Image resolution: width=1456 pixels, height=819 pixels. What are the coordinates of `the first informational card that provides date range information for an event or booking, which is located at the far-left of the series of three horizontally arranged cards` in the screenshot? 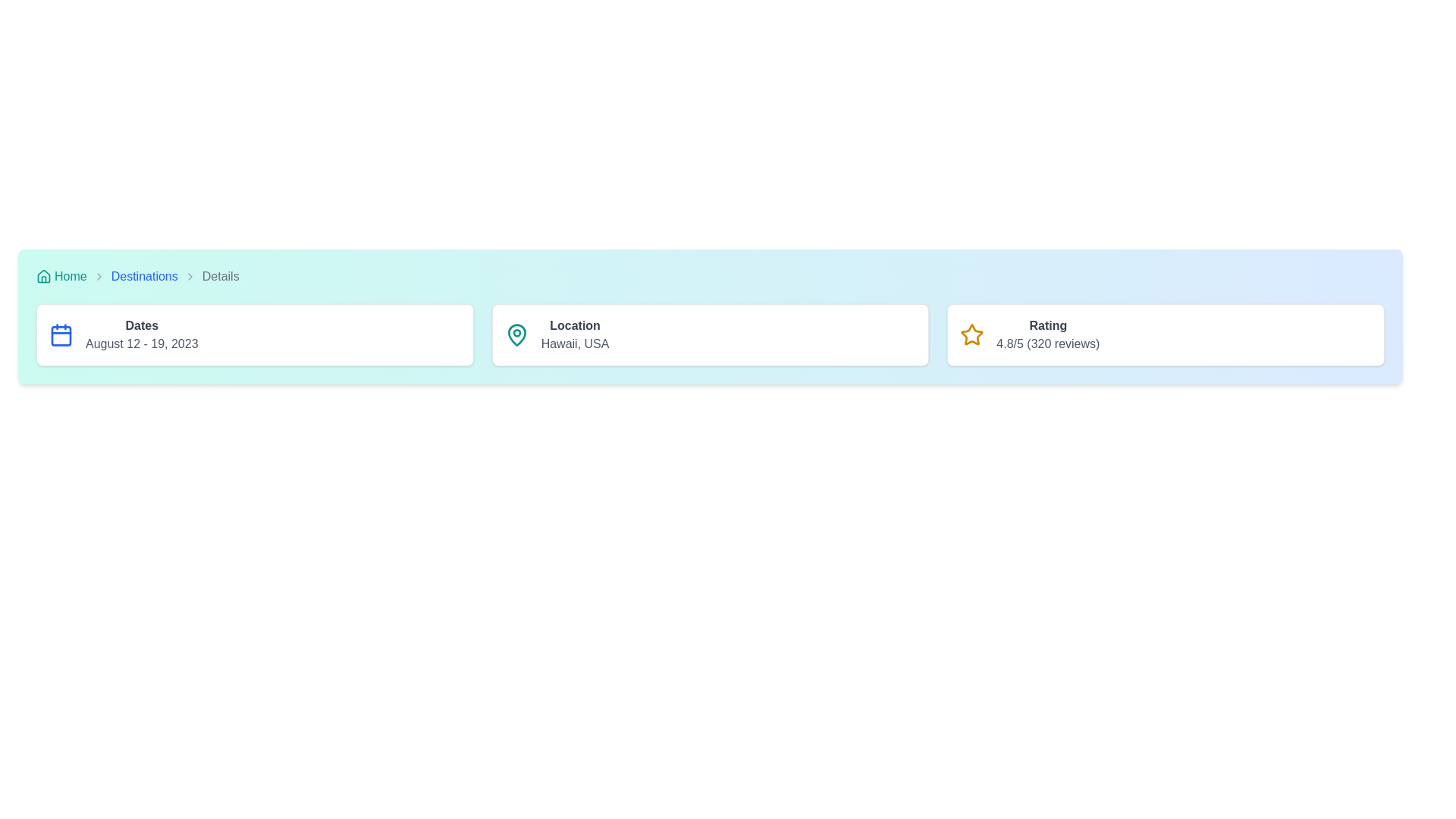 It's located at (255, 334).